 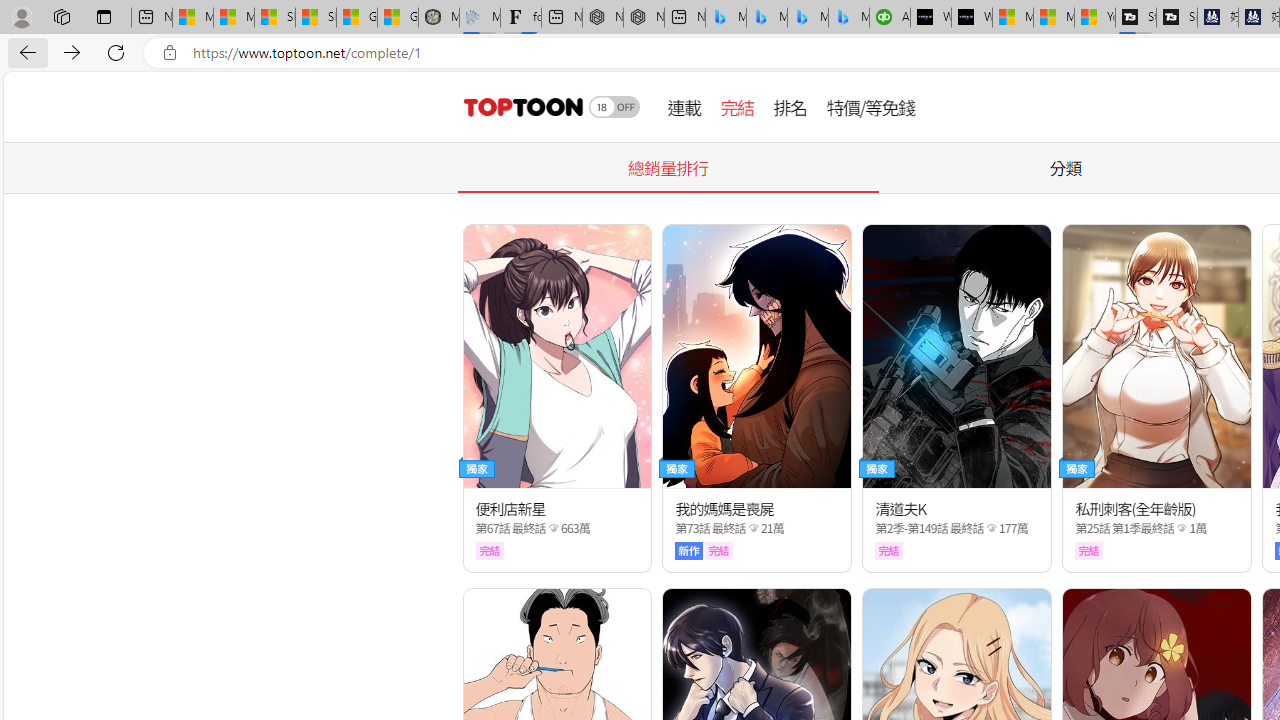 What do you see at coordinates (643, 17) in the screenshot?
I see `'Nordace - #1 Japanese Best-Seller - Siena Smart Backpack'` at bounding box center [643, 17].